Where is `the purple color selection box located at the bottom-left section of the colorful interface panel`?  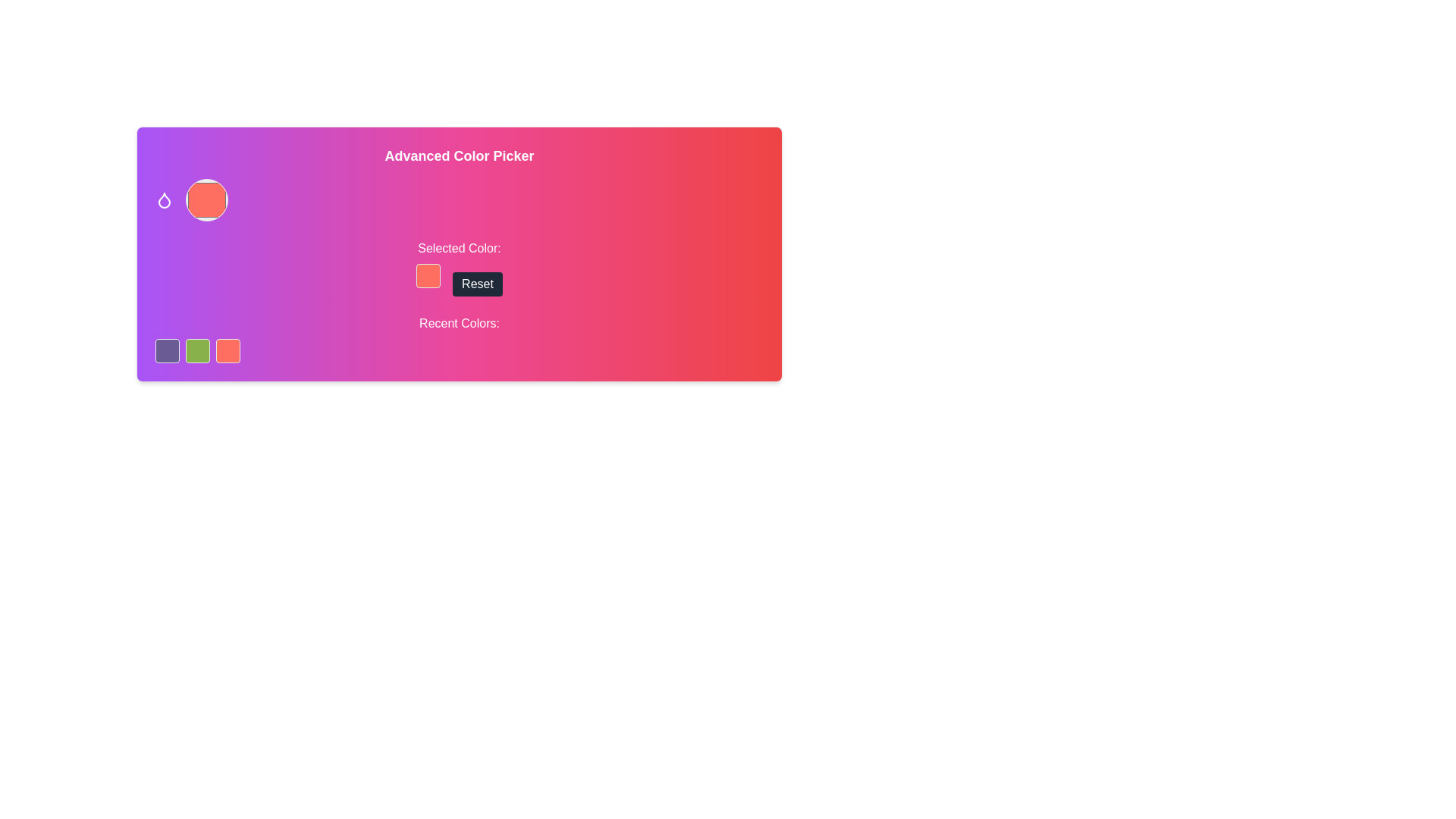 the purple color selection box located at the bottom-left section of the colorful interface panel is located at coordinates (167, 350).